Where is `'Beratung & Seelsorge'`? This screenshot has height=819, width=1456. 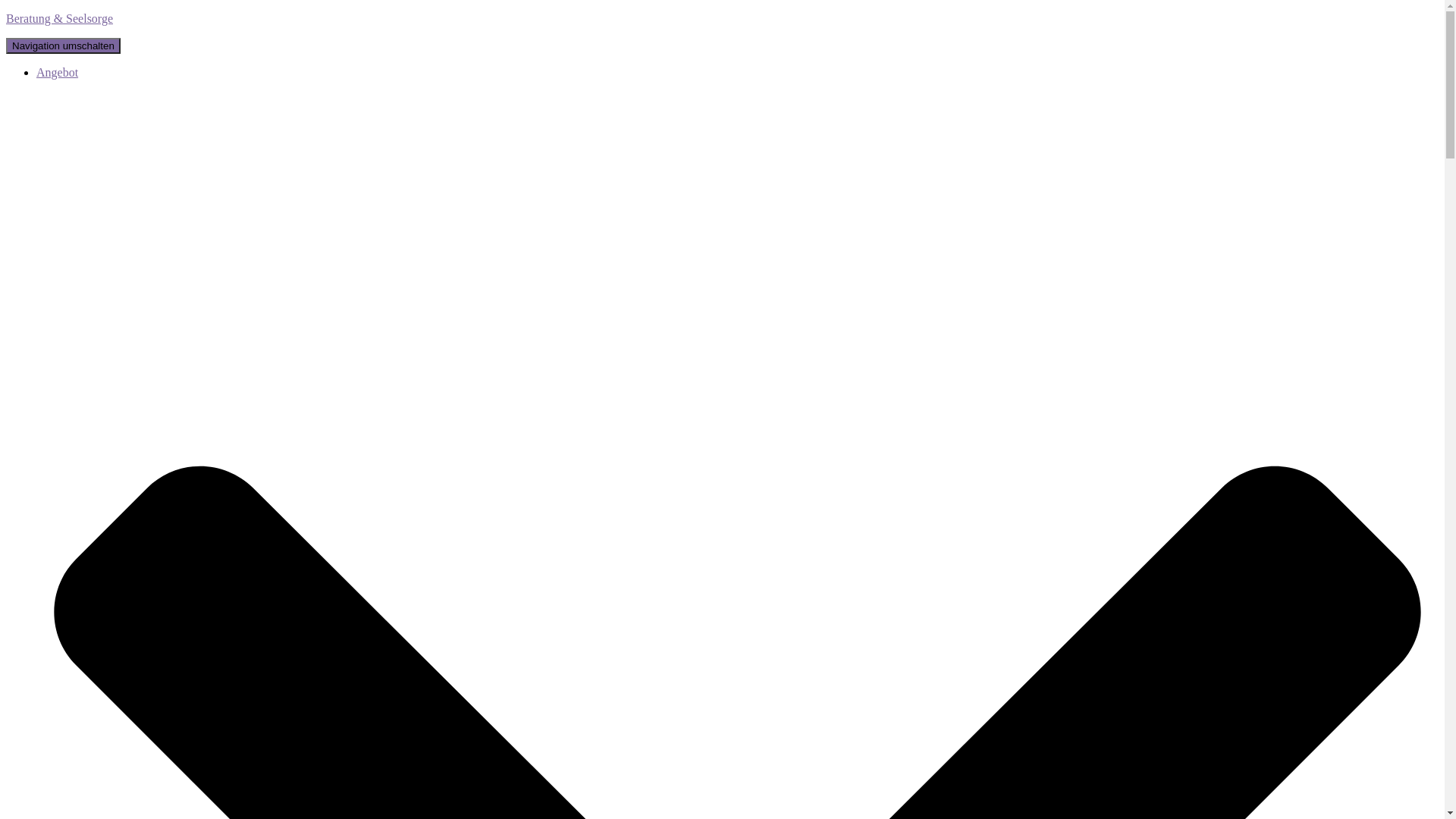
'Beratung & Seelsorge' is located at coordinates (6, 18).